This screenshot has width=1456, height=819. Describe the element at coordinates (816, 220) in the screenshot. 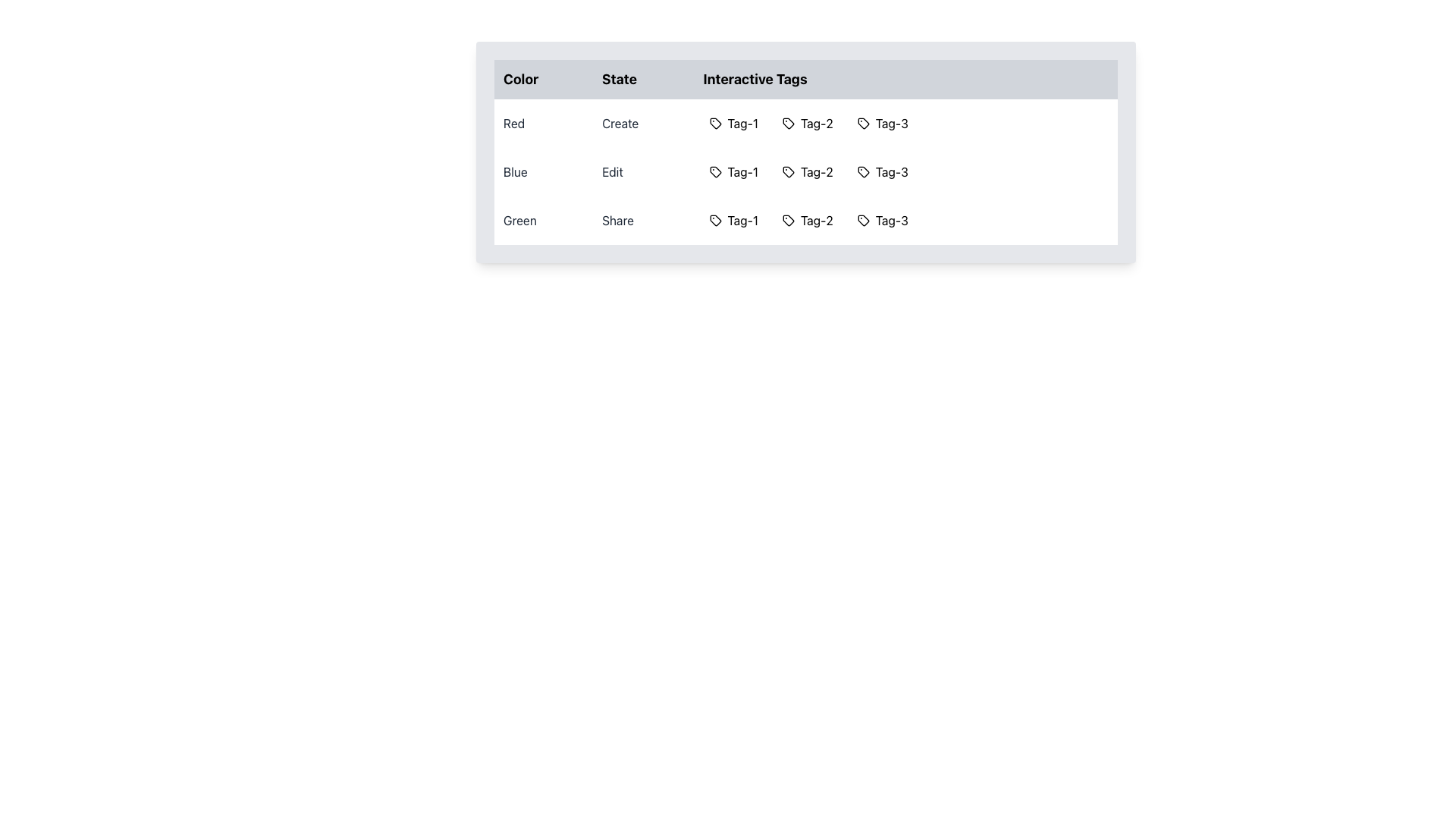

I see `the text label displaying 'Tag-2', styled in a sans-serif font with a green background, located in the third row of the 'Interactive Tags' column of the table` at that location.